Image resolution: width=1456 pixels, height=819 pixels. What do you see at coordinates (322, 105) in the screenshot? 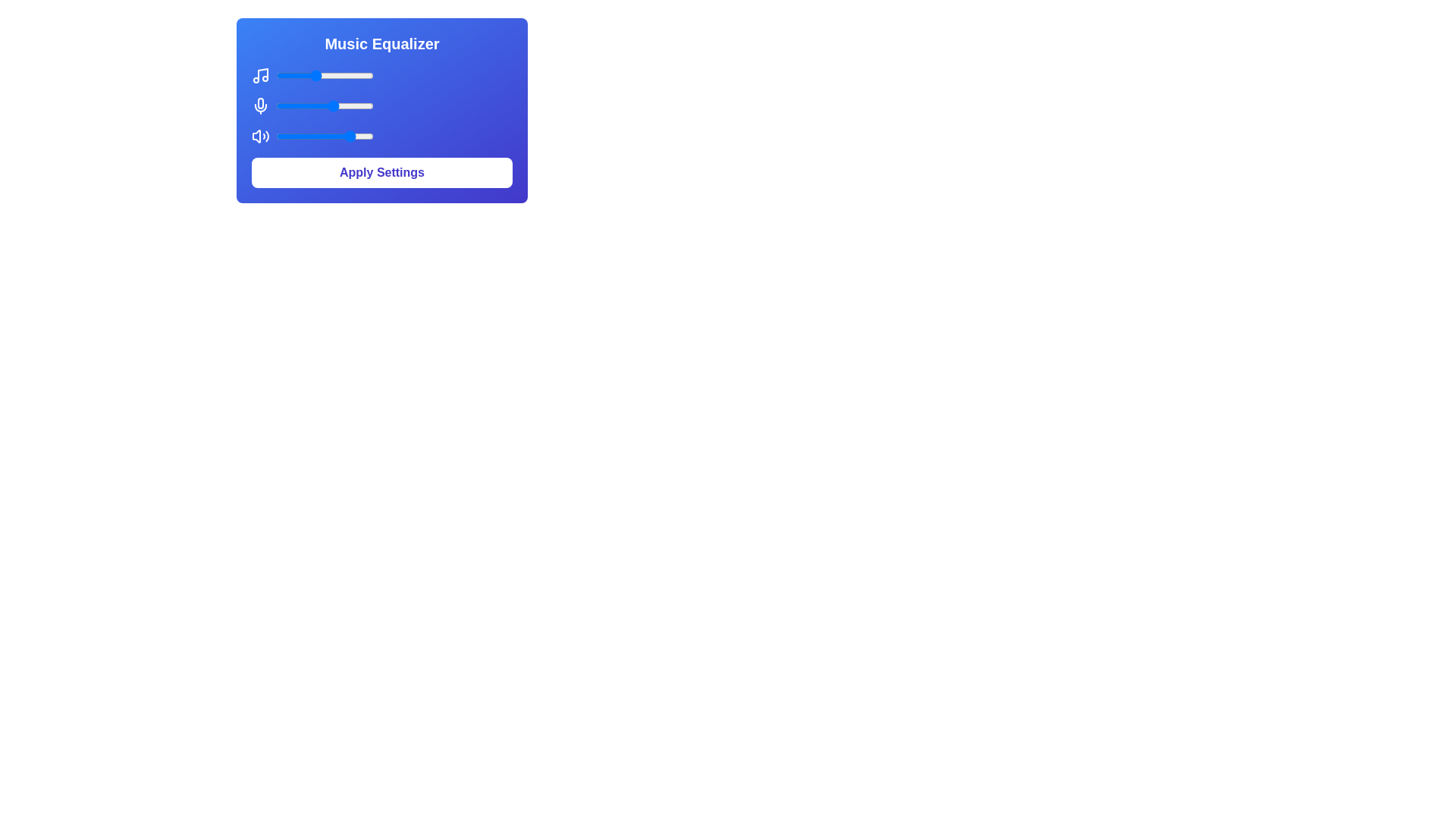
I see `the slider value` at bounding box center [322, 105].